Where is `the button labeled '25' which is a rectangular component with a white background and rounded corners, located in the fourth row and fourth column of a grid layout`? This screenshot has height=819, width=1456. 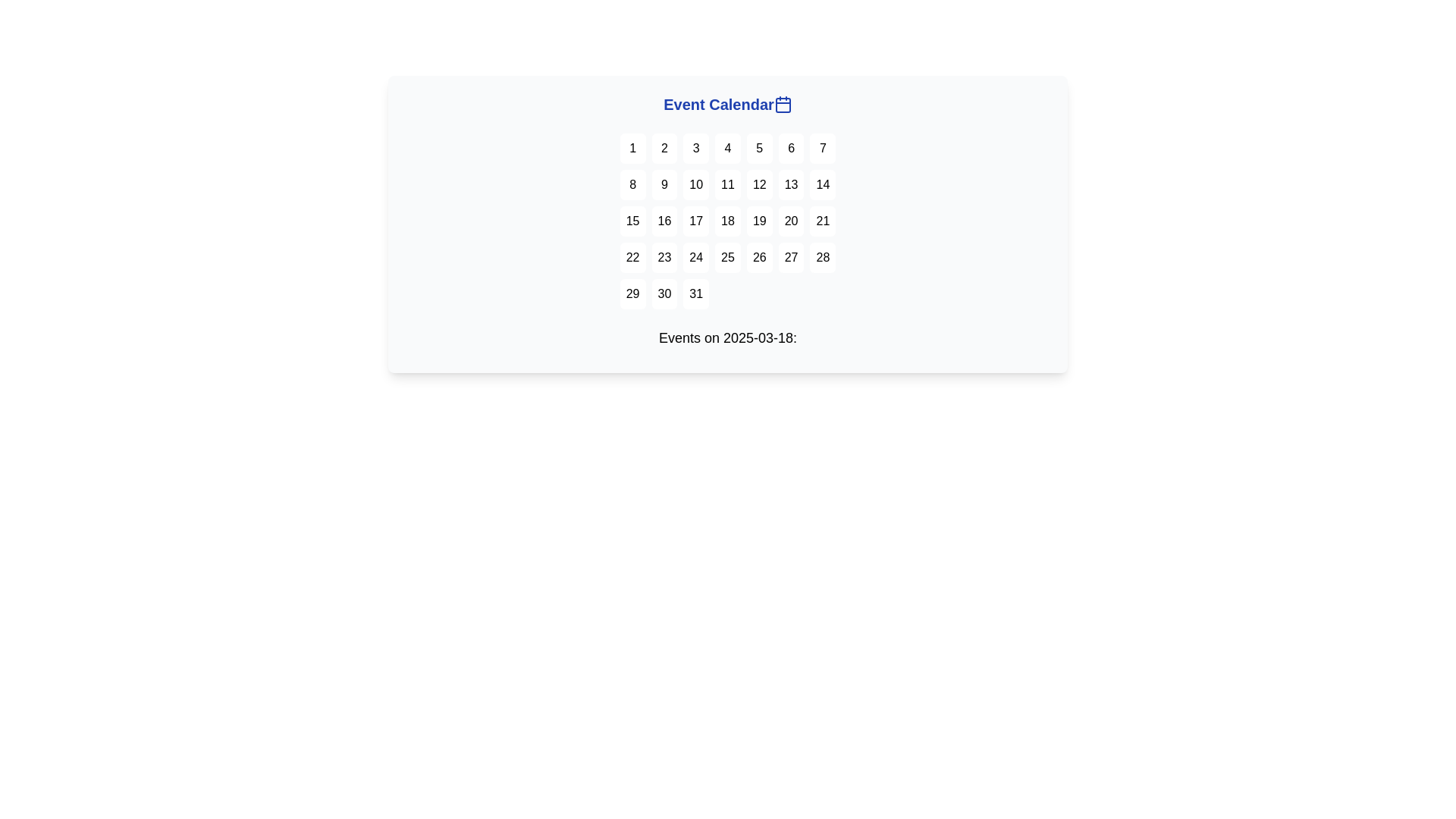
the button labeled '25' which is a rectangular component with a white background and rounded corners, located in the fourth row and fourth column of a grid layout is located at coordinates (728, 256).